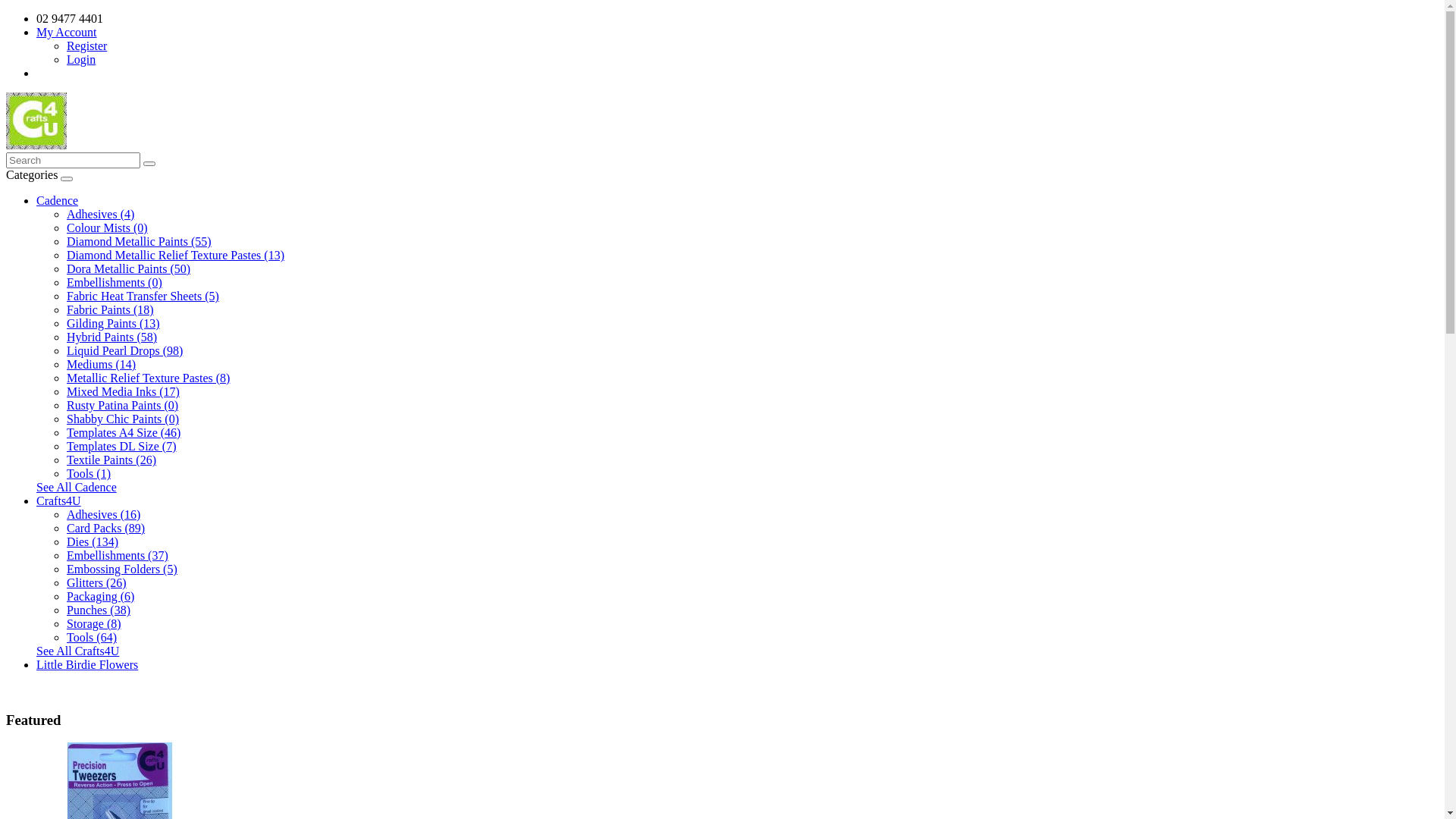 The image size is (1456, 819). I want to click on 'My Account', so click(36, 32).